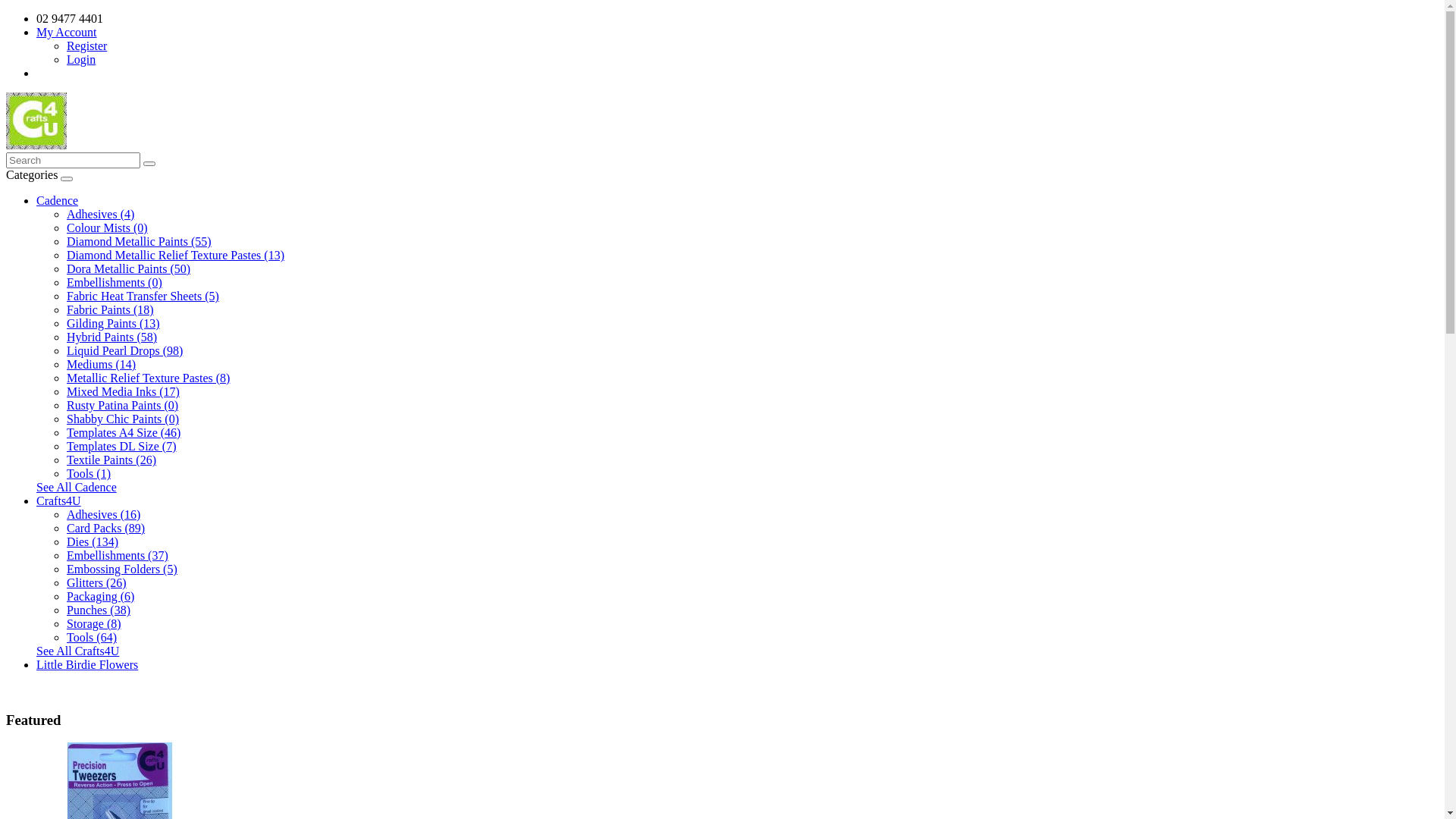 The image size is (1456, 819). I want to click on 'My Account', so click(36, 32).